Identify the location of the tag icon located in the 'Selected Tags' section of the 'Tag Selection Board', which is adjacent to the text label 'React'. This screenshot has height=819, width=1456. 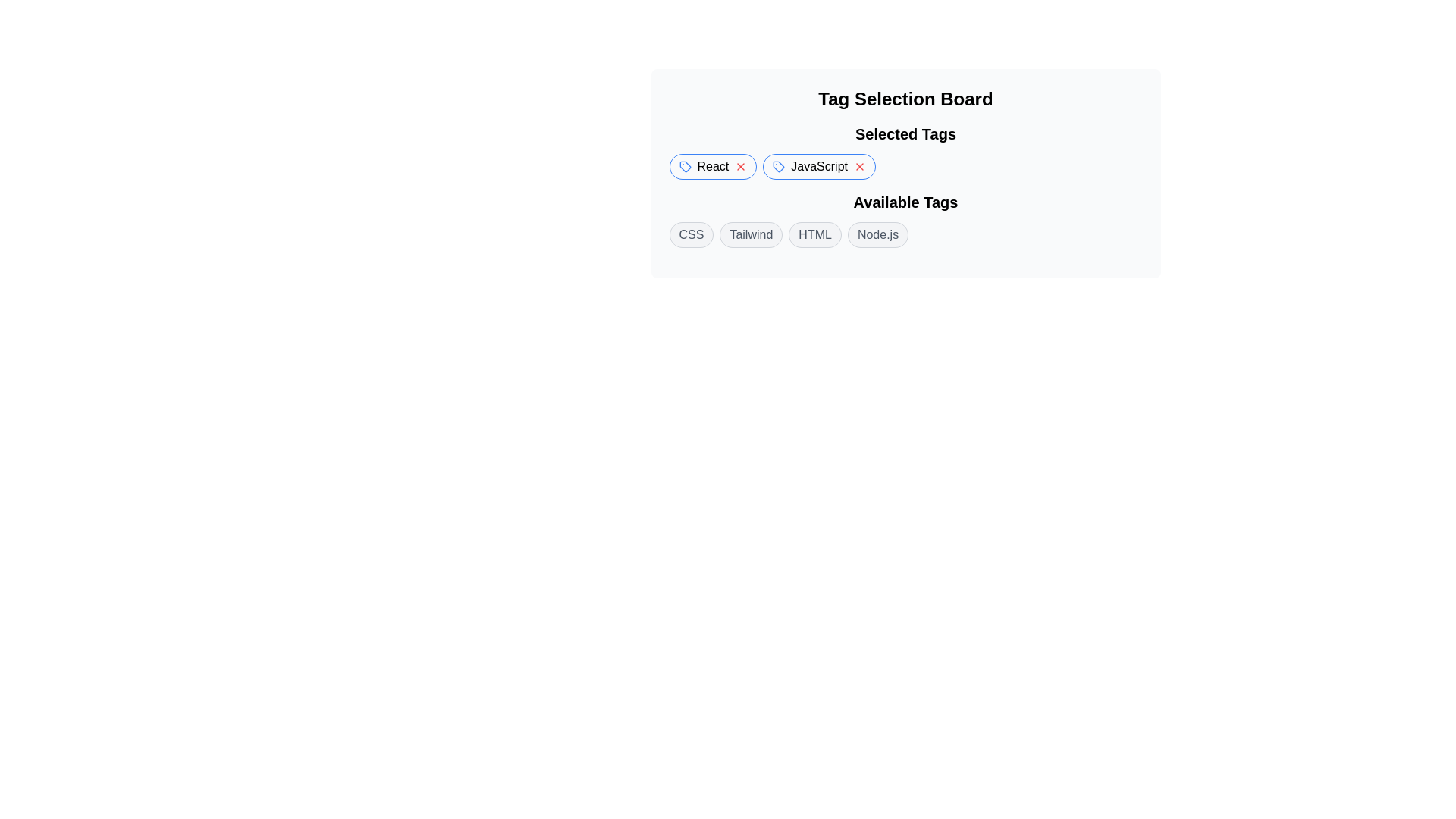
(779, 166).